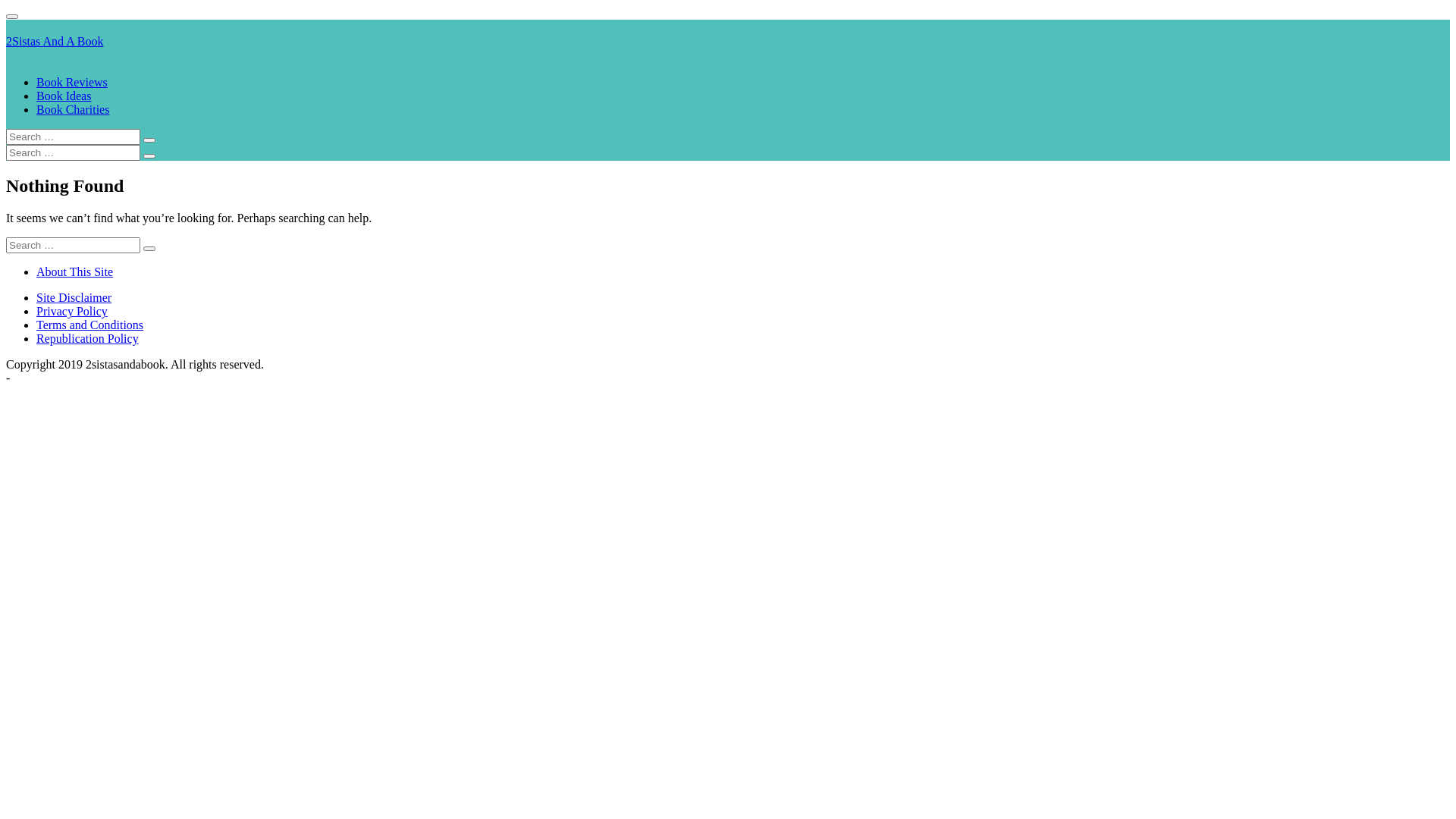  What do you see at coordinates (89, 324) in the screenshot?
I see `'Terms and Conditions'` at bounding box center [89, 324].